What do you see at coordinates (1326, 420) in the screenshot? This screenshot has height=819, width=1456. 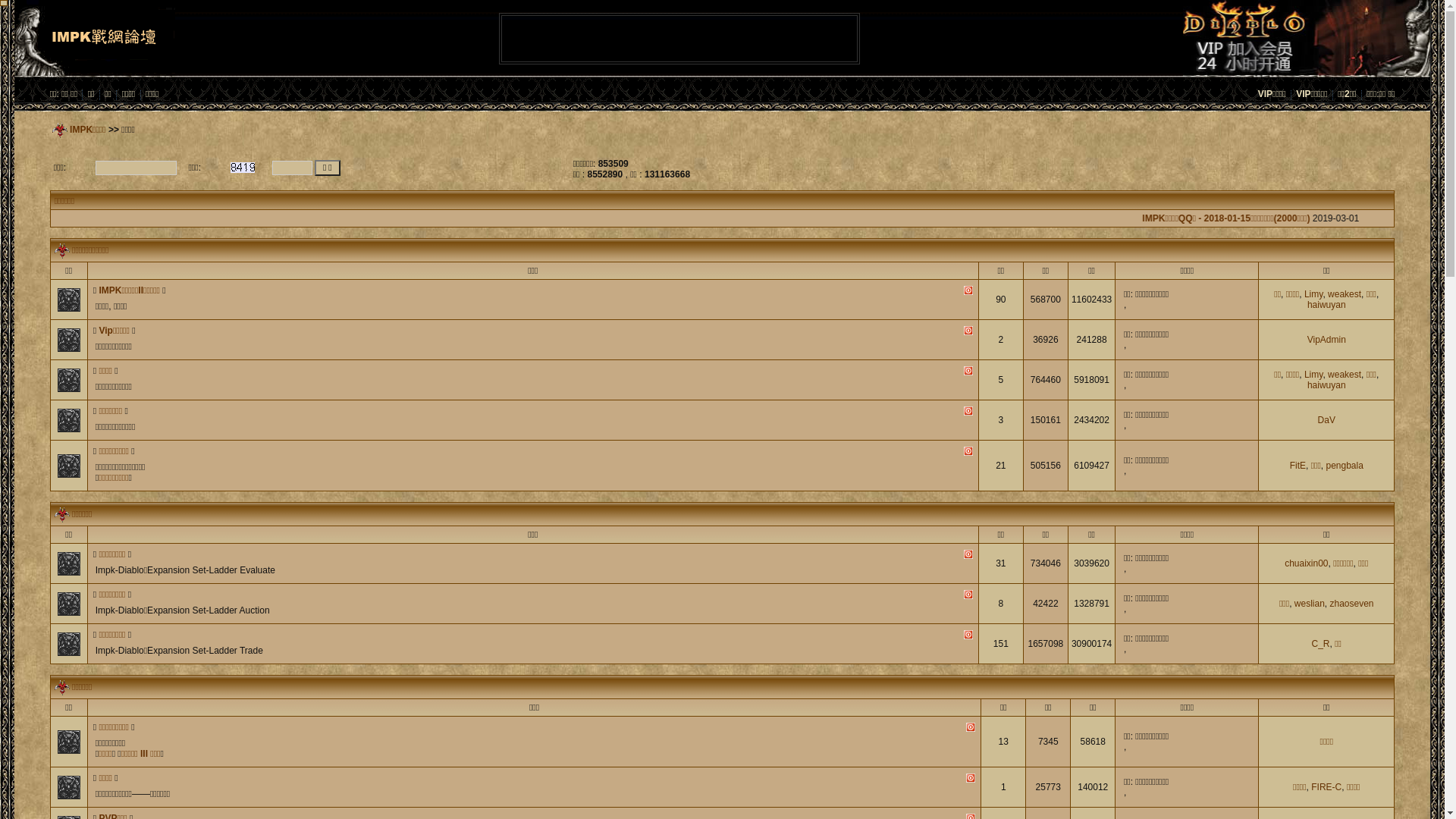 I see `'DaV'` at bounding box center [1326, 420].